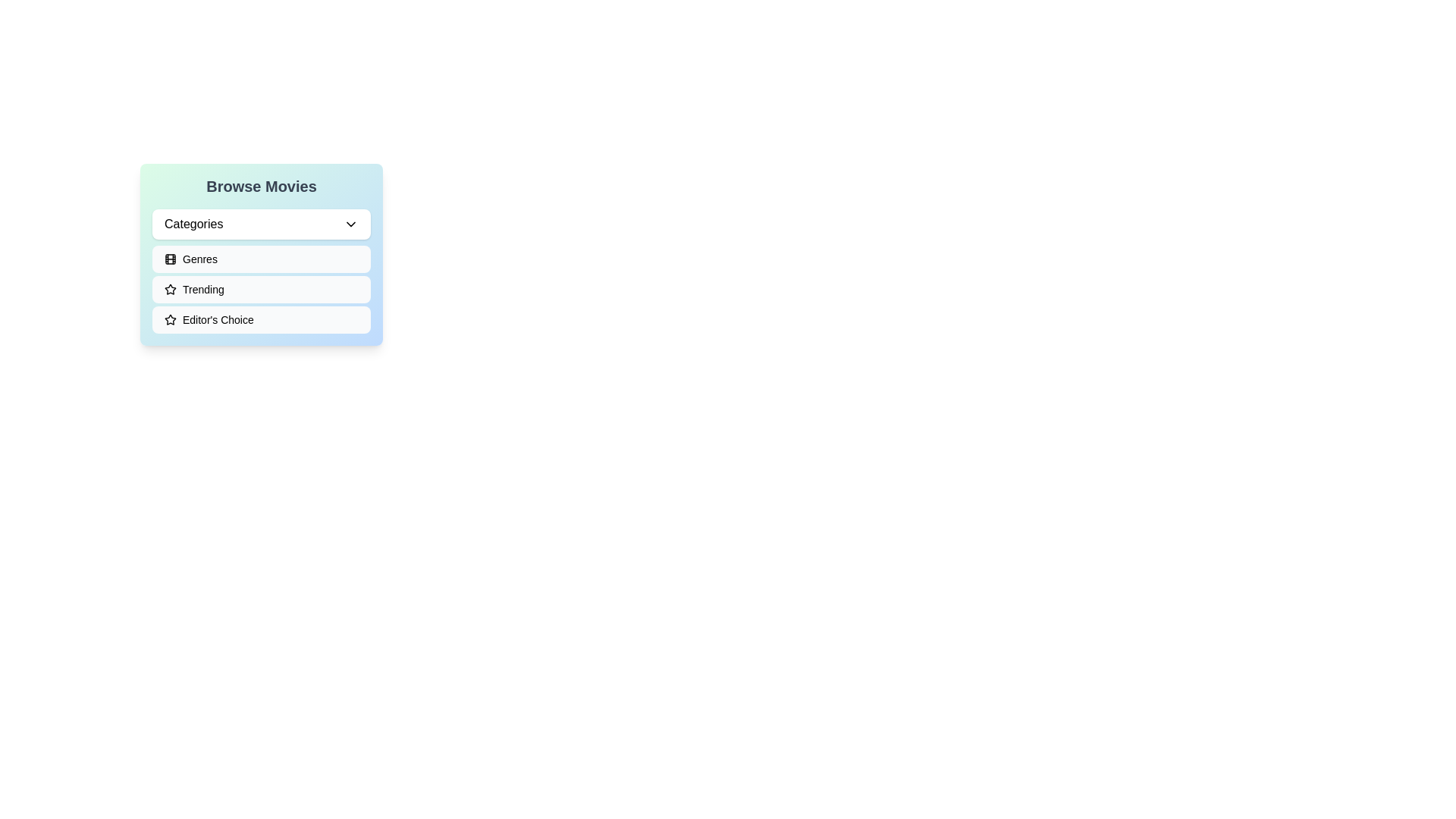  Describe the element at coordinates (171, 289) in the screenshot. I see `the star-shaped icon in the 'Editor's Choice' row of the 'Browse Movies' category list` at that location.